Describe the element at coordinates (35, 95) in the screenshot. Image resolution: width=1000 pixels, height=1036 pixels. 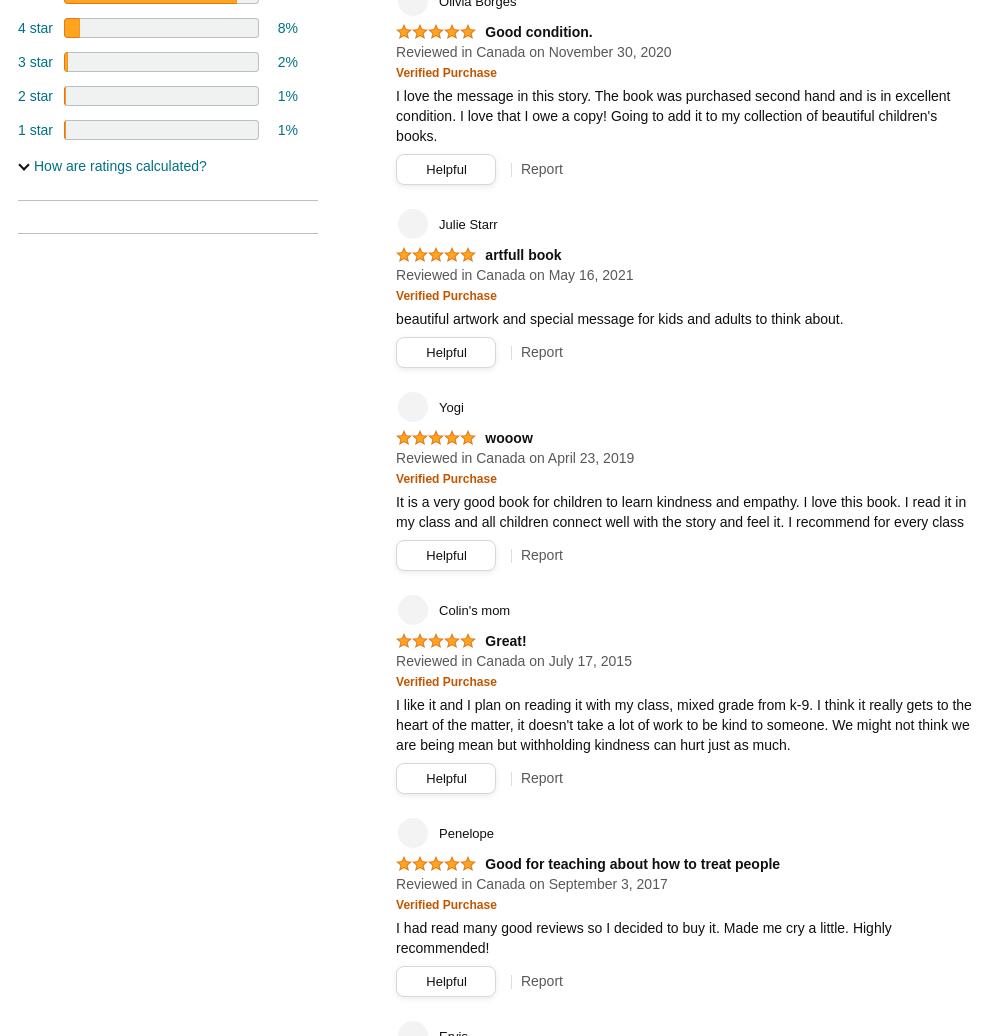
I see `'2 star'` at that location.